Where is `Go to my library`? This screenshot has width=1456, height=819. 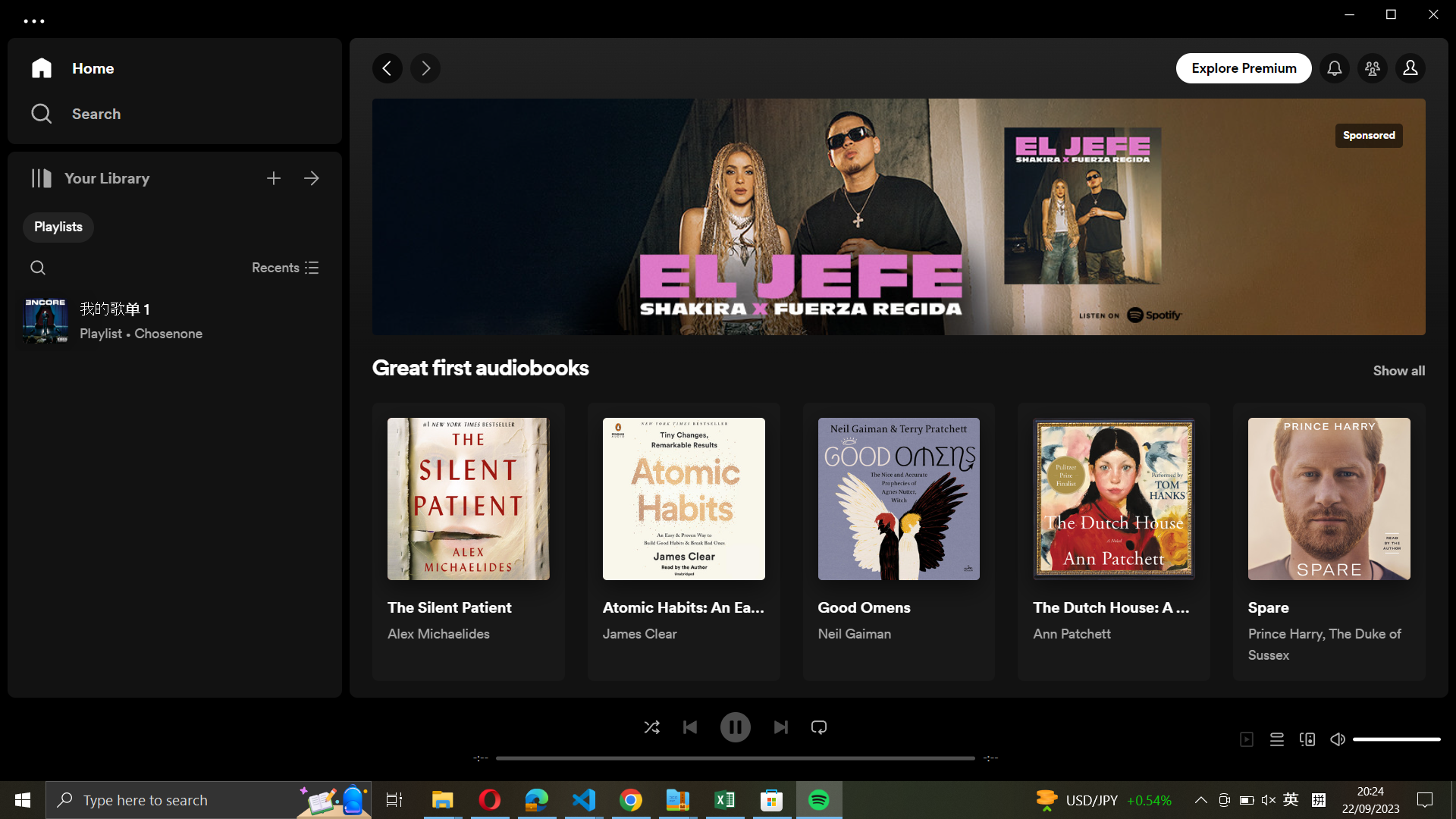
Go to my library is located at coordinates (312, 175).